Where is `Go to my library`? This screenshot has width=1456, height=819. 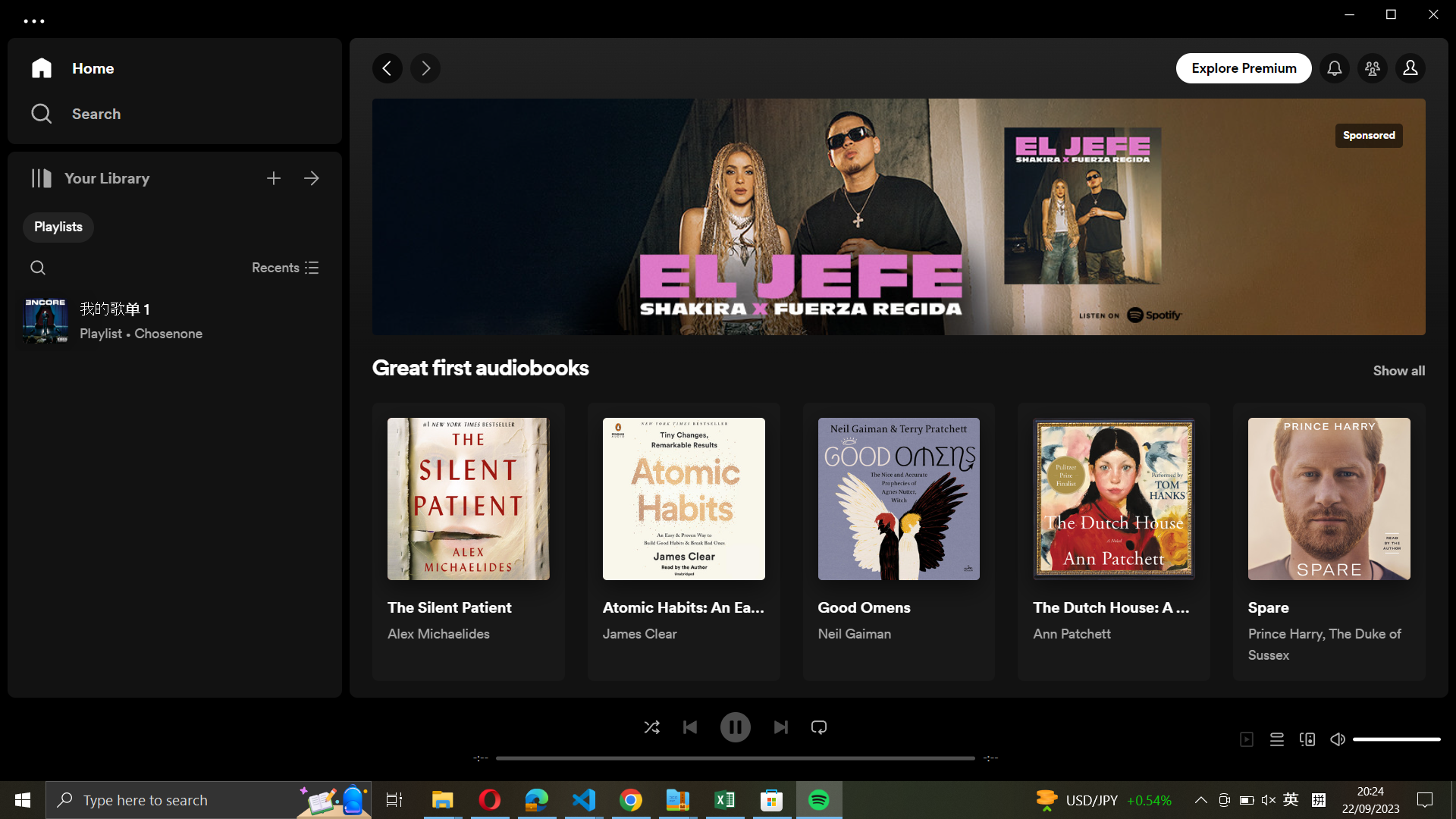
Go to my library is located at coordinates (312, 175).